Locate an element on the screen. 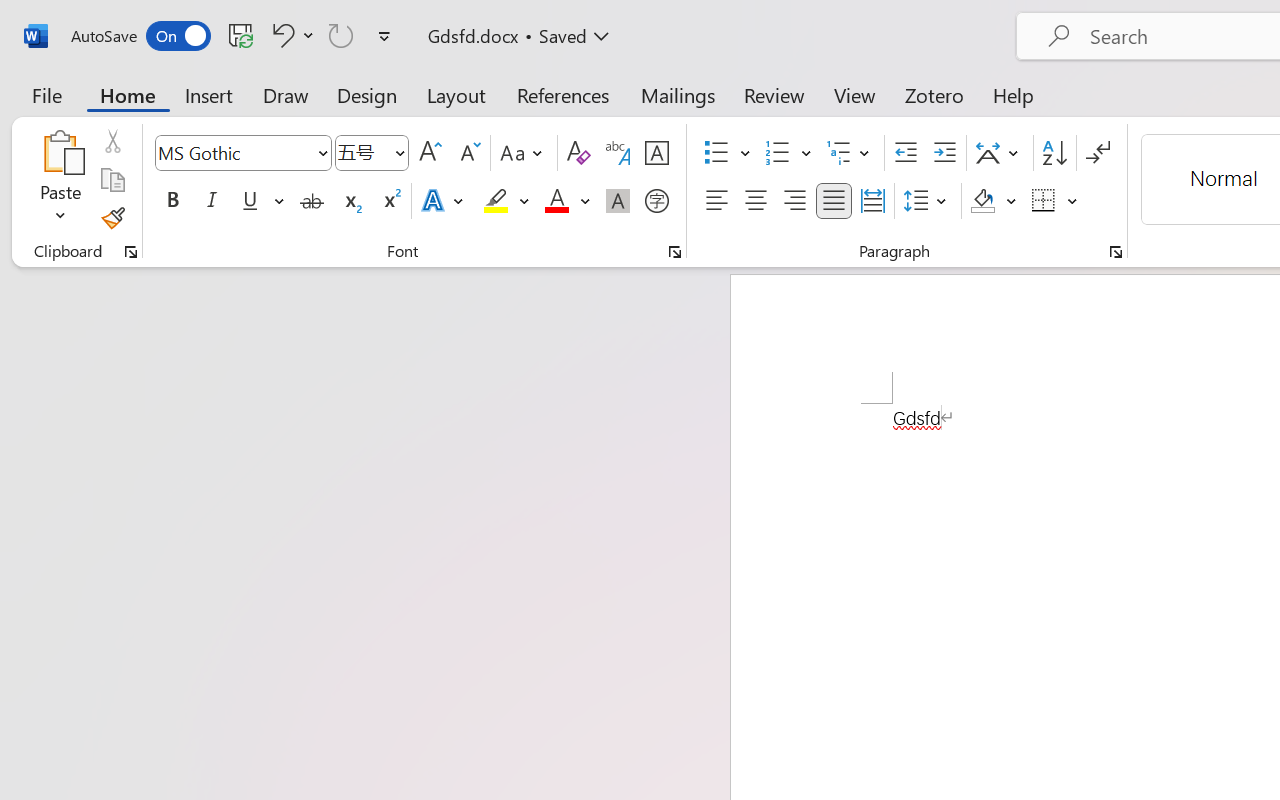  'Show/Hide Editing Marks' is located at coordinates (1097, 153).